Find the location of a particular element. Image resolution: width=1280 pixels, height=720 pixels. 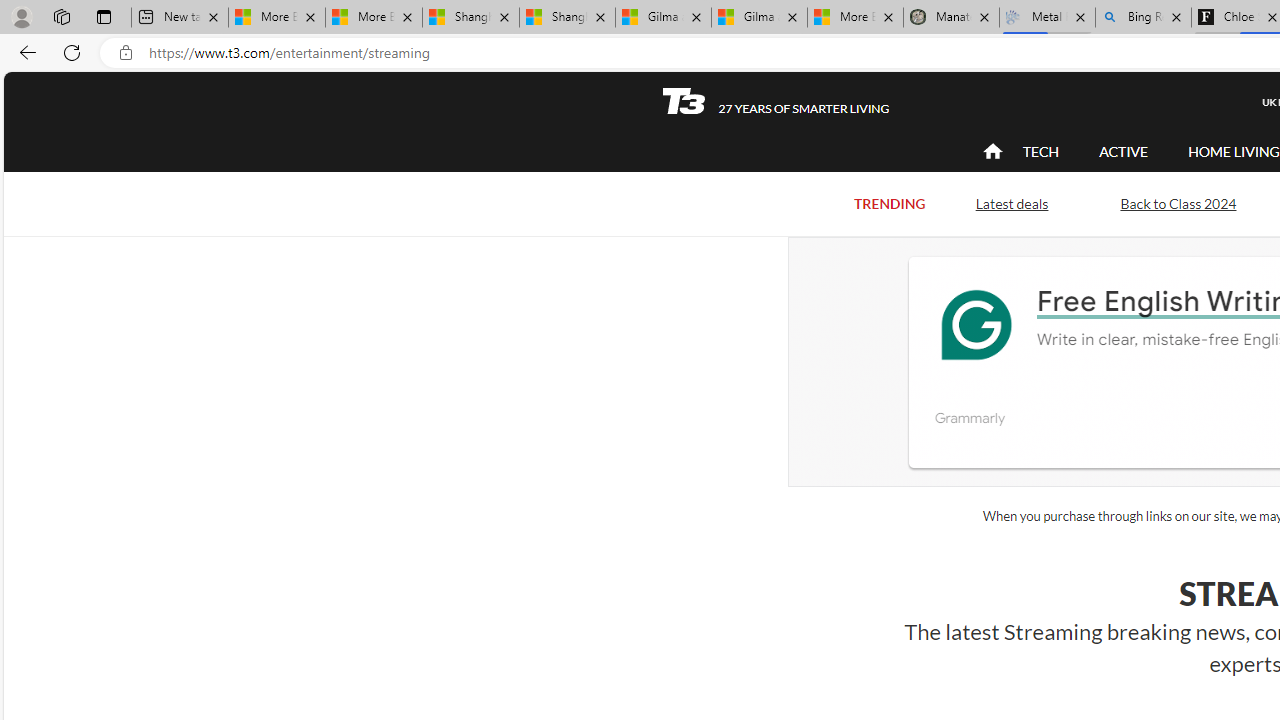

'Manatee Mortality Statistics | FWC' is located at coordinates (950, 17).